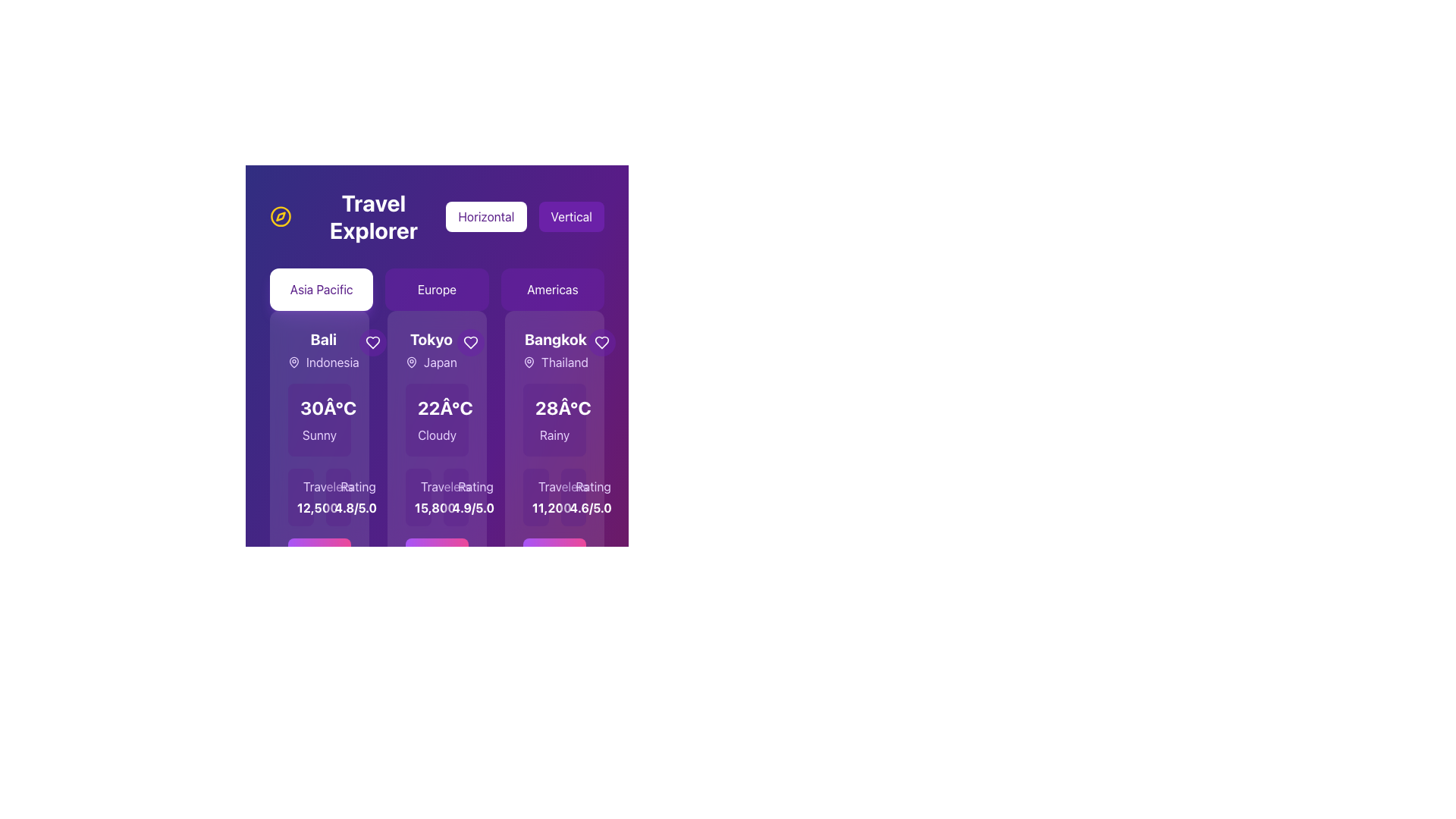  Describe the element at coordinates (318, 435) in the screenshot. I see `the weather condition text label located within the rounded rectangle card for 'Bali', positioned below the temperature display '30°C'` at that location.